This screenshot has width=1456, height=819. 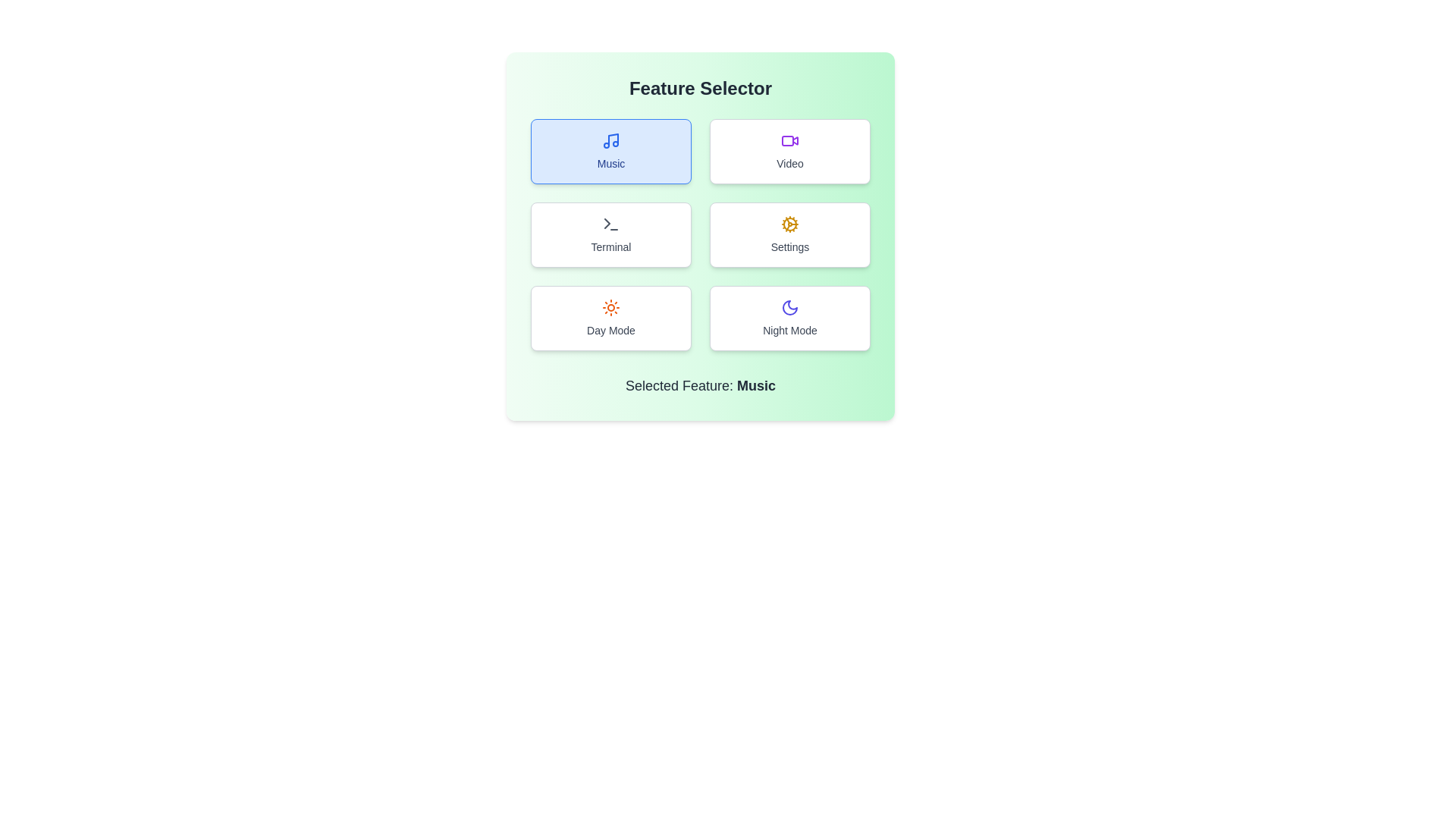 What do you see at coordinates (789, 307) in the screenshot?
I see `the 'Night Mode' button located in the bottom-right corner of the interface` at bounding box center [789, 307].